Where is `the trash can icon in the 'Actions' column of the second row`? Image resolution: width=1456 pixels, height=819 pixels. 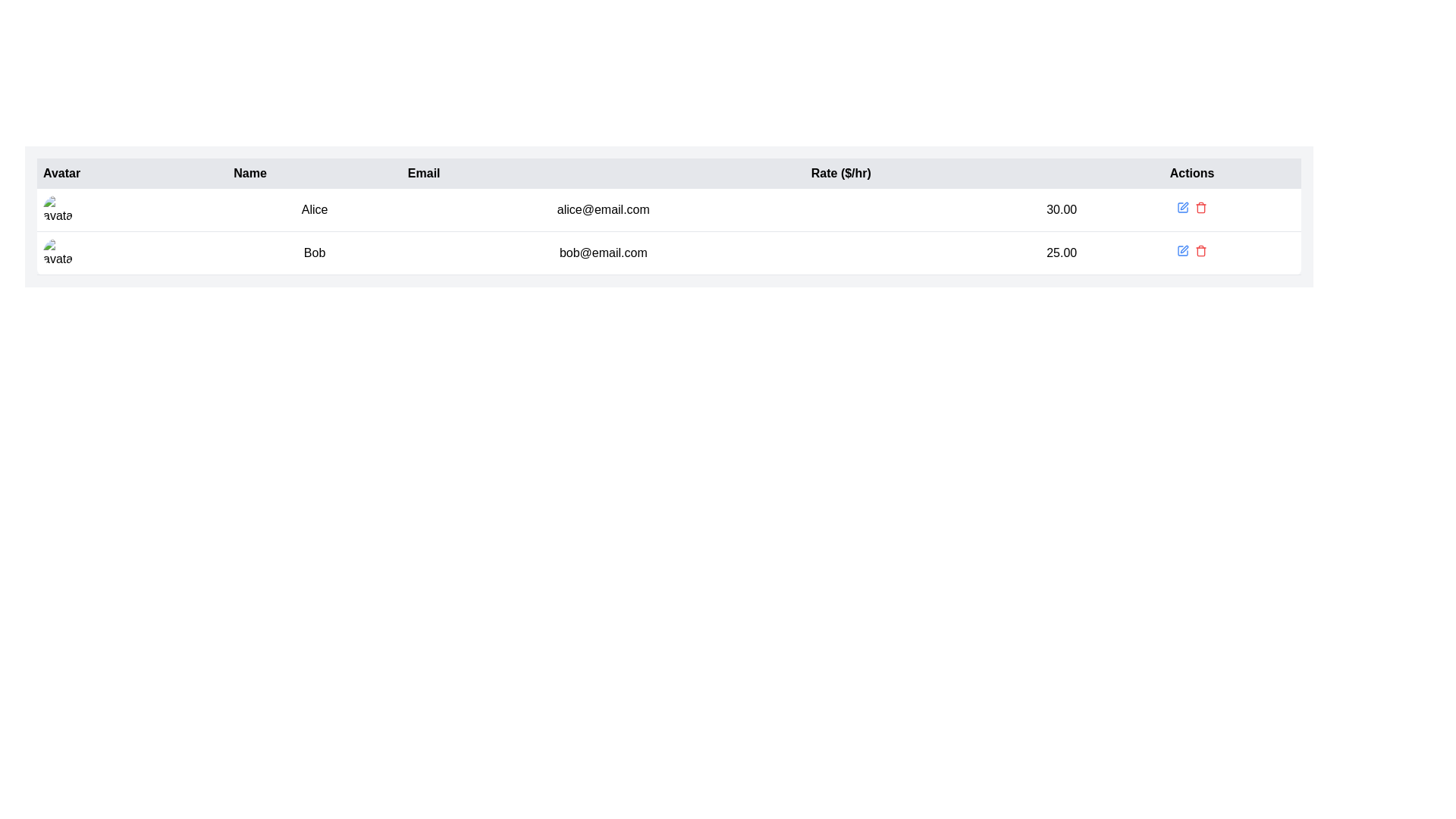 the trash can icon in the 'Actions' column of the second row is located at coordinates (1200, 209).